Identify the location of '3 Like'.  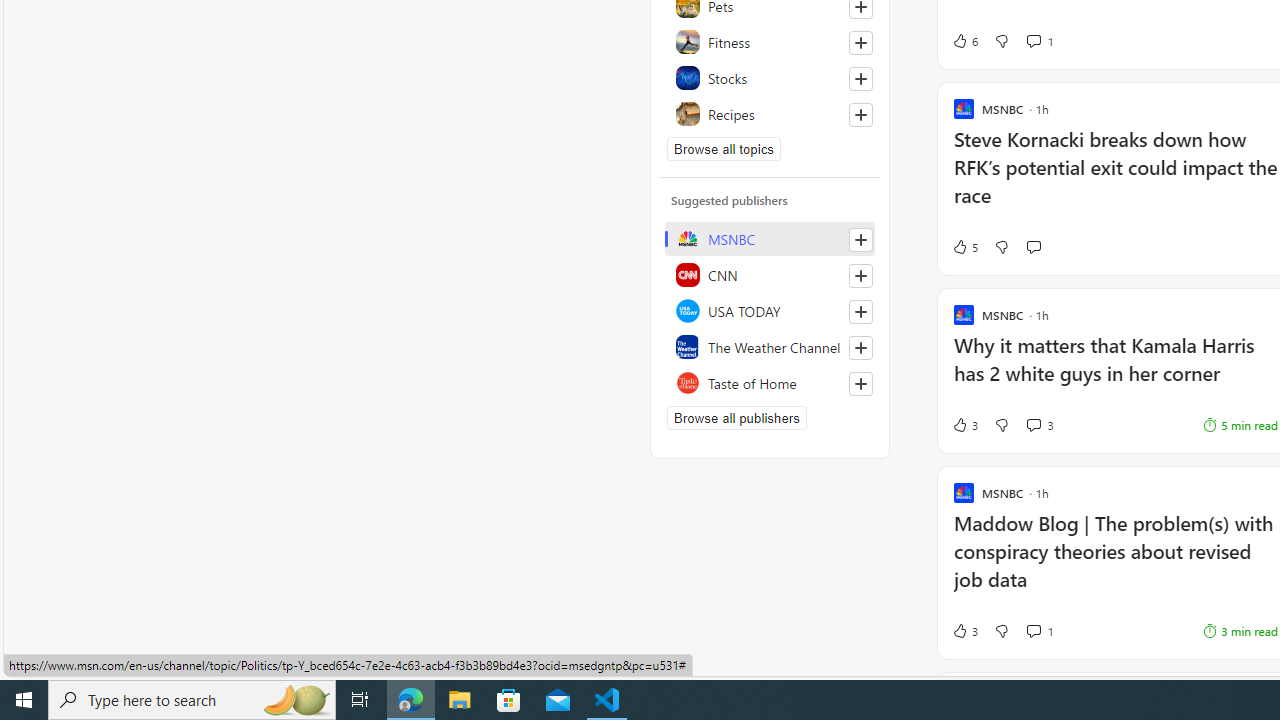
(964, 631).